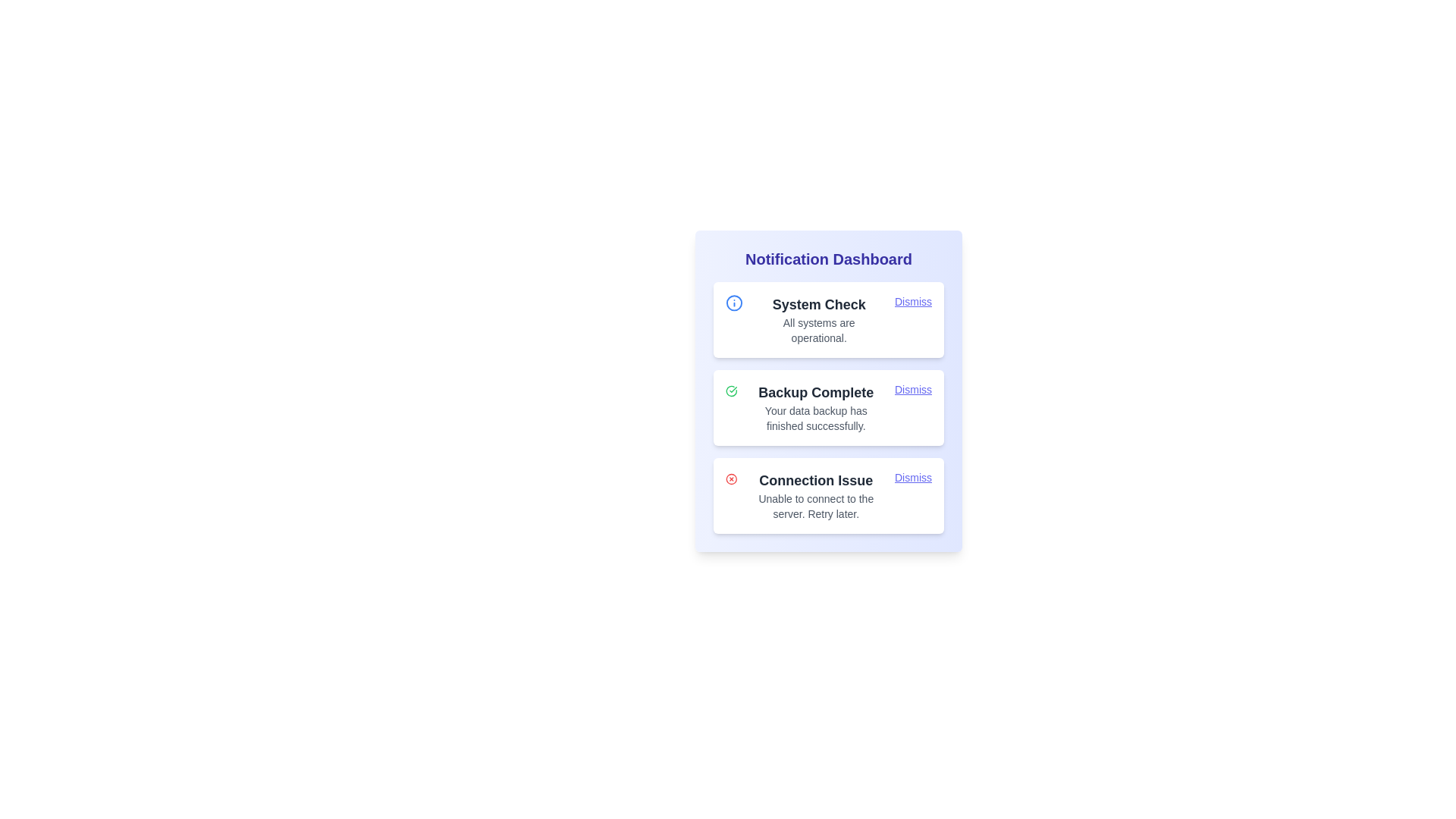  Describe the element at coordinates (912, 301) in the screenshot. I see `the 'Dismiss' button associated with the 'System Check' notification in the top-right corner of the notification dashboard` at that location.